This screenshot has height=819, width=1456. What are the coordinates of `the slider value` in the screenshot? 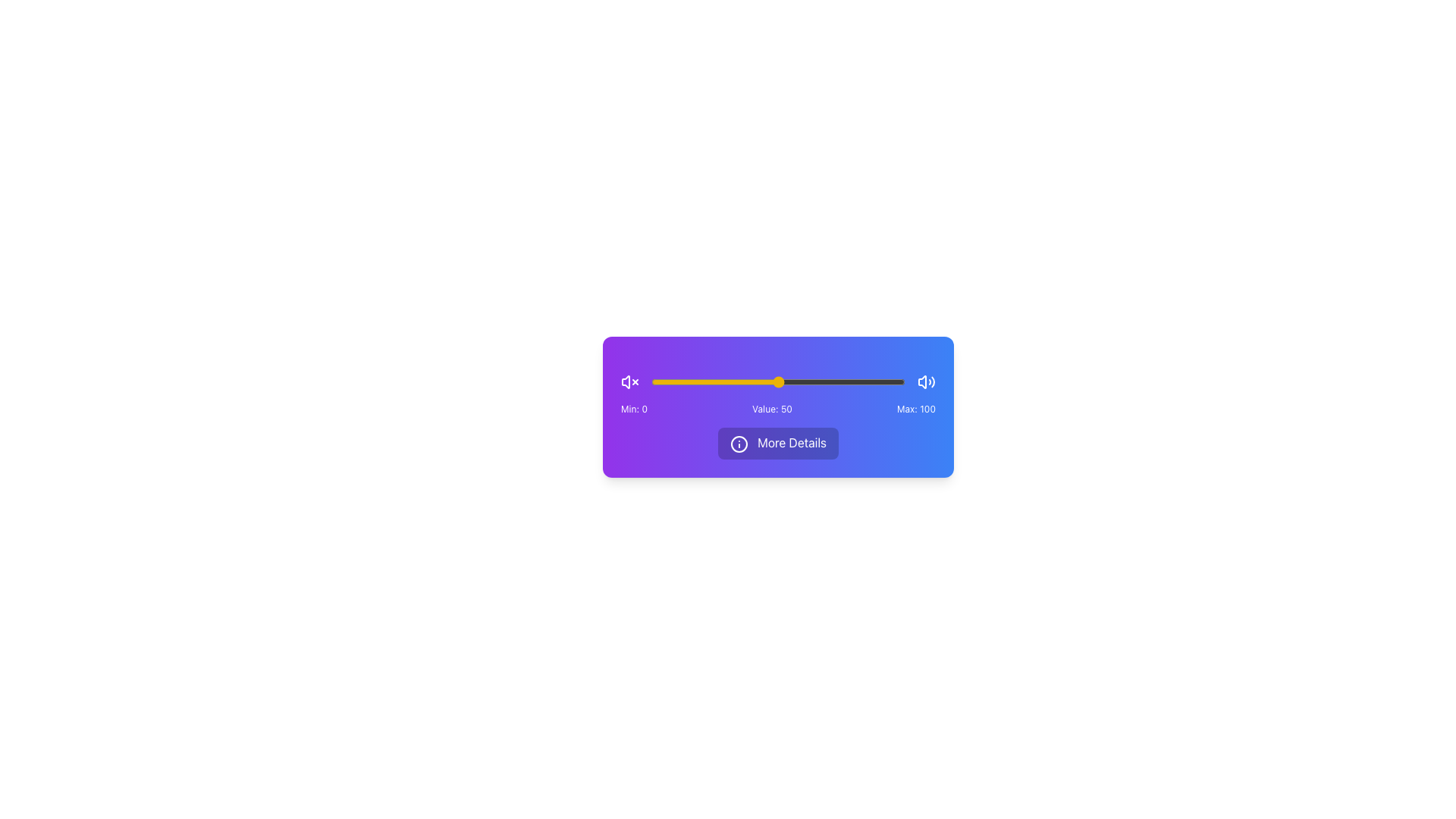 It's located at (786, 381).